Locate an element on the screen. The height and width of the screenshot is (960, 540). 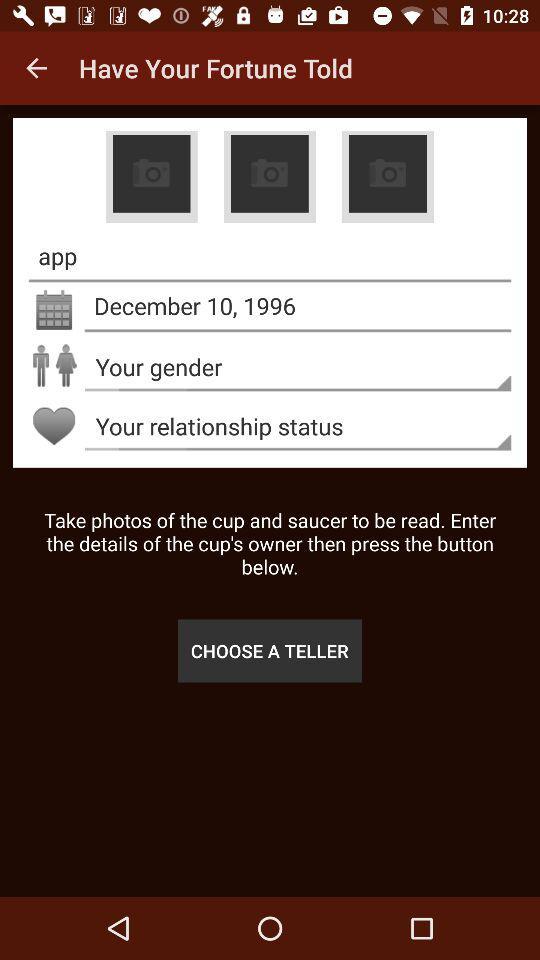
a photo is located at coordinates (269, 176).